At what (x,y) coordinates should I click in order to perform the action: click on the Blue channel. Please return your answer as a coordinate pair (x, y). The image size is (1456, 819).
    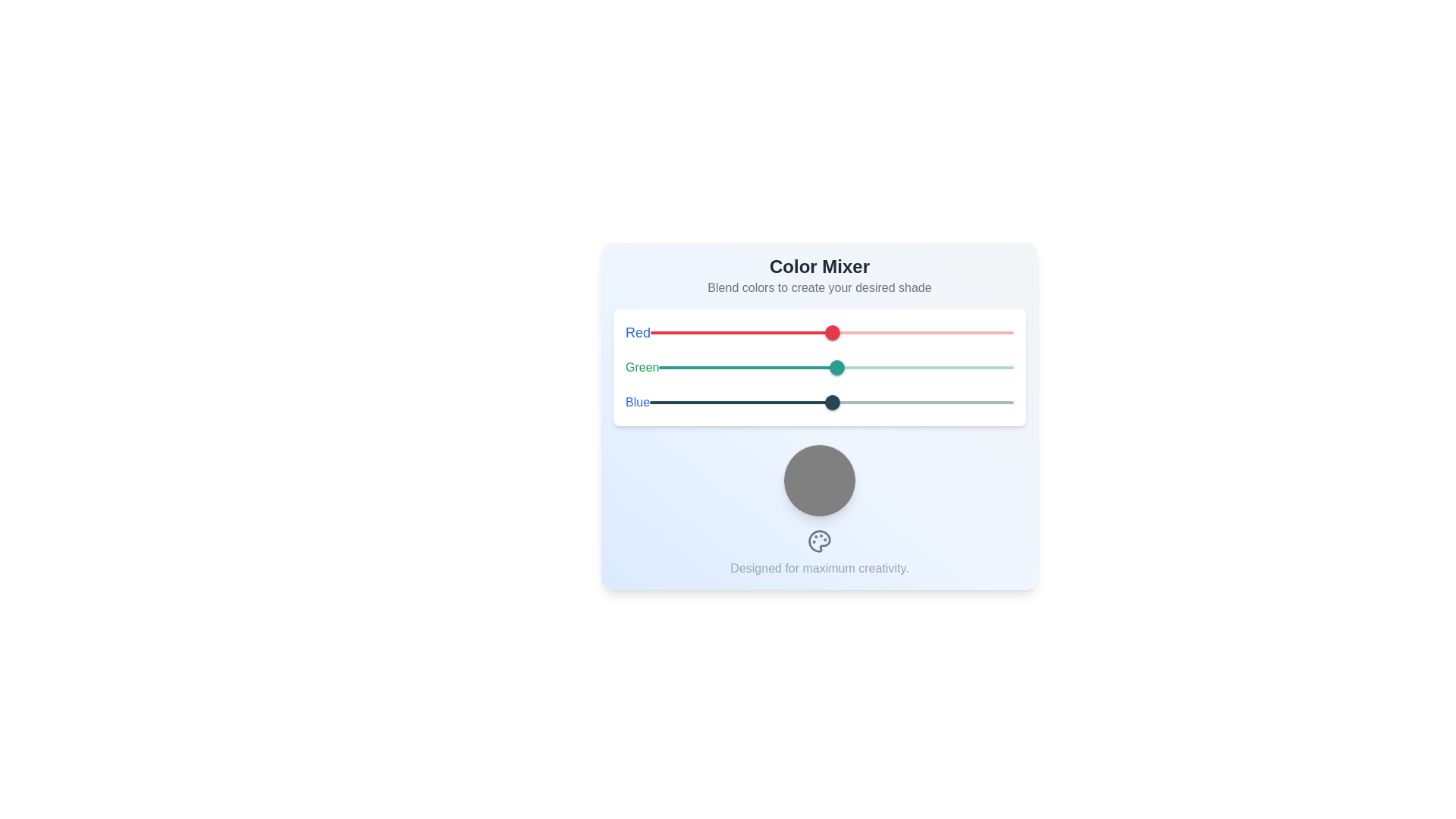
    Looking at the image, I should click on (852, 402).